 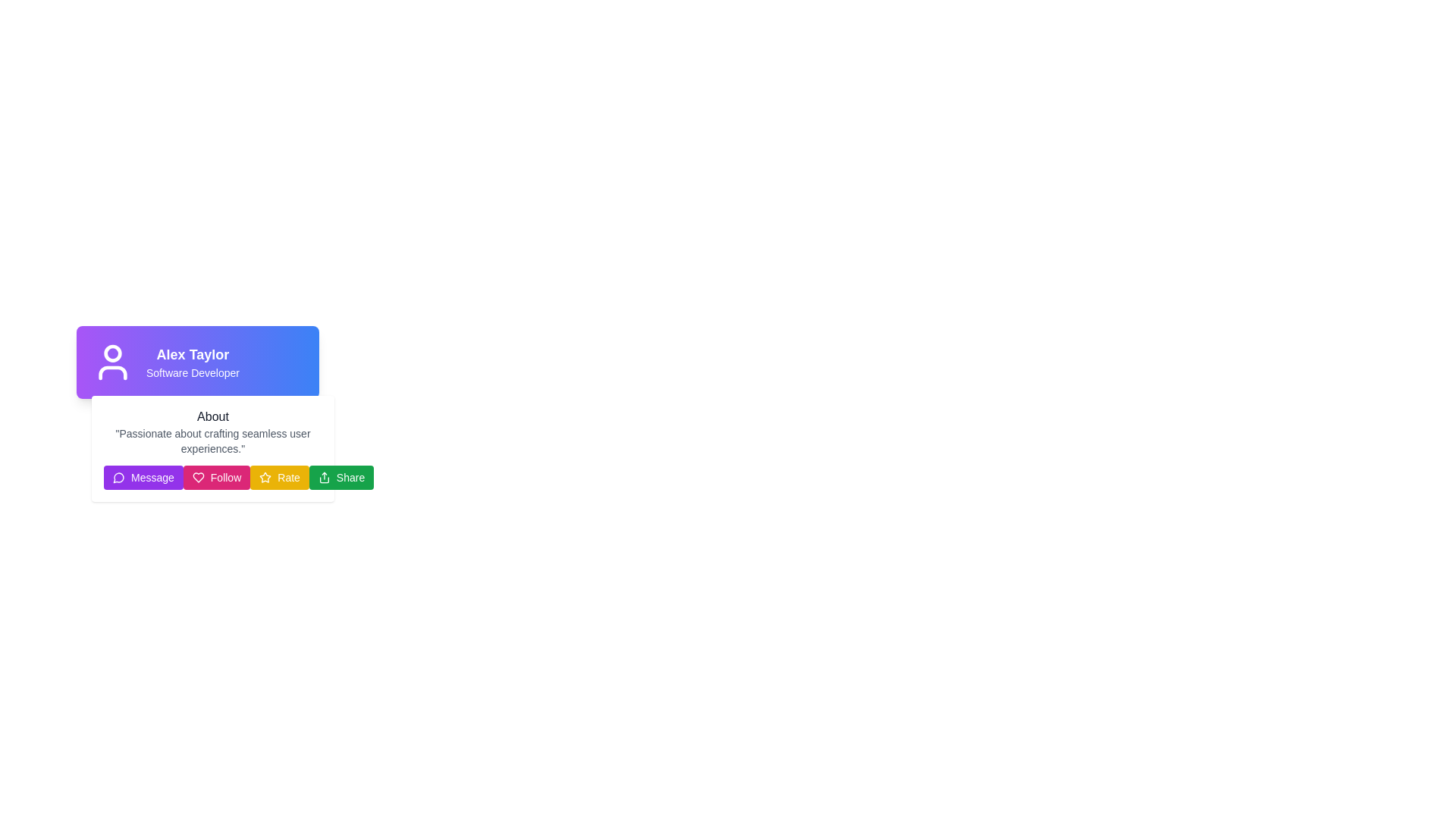 What do you see at coordinates (118, 476) in the screenshot?
I see `the circular message icon with a purple fill and white stroke, located within the 'Message' button at the bottom-left of the card under the profile banner of 'Alex Taylor, Software Developer'` at bounding box center [118, 476].